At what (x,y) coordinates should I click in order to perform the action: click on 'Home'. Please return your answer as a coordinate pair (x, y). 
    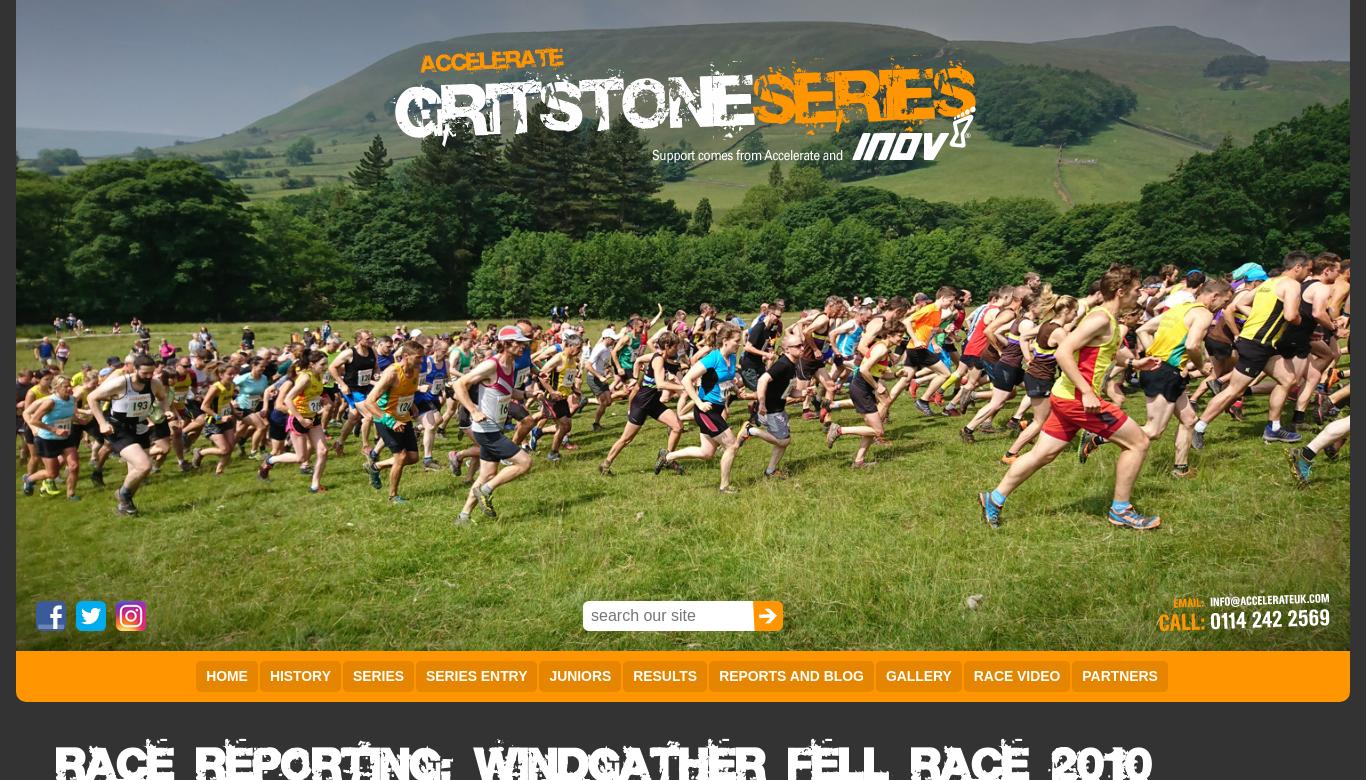
    Looking at the image, I should click on (225, 675).